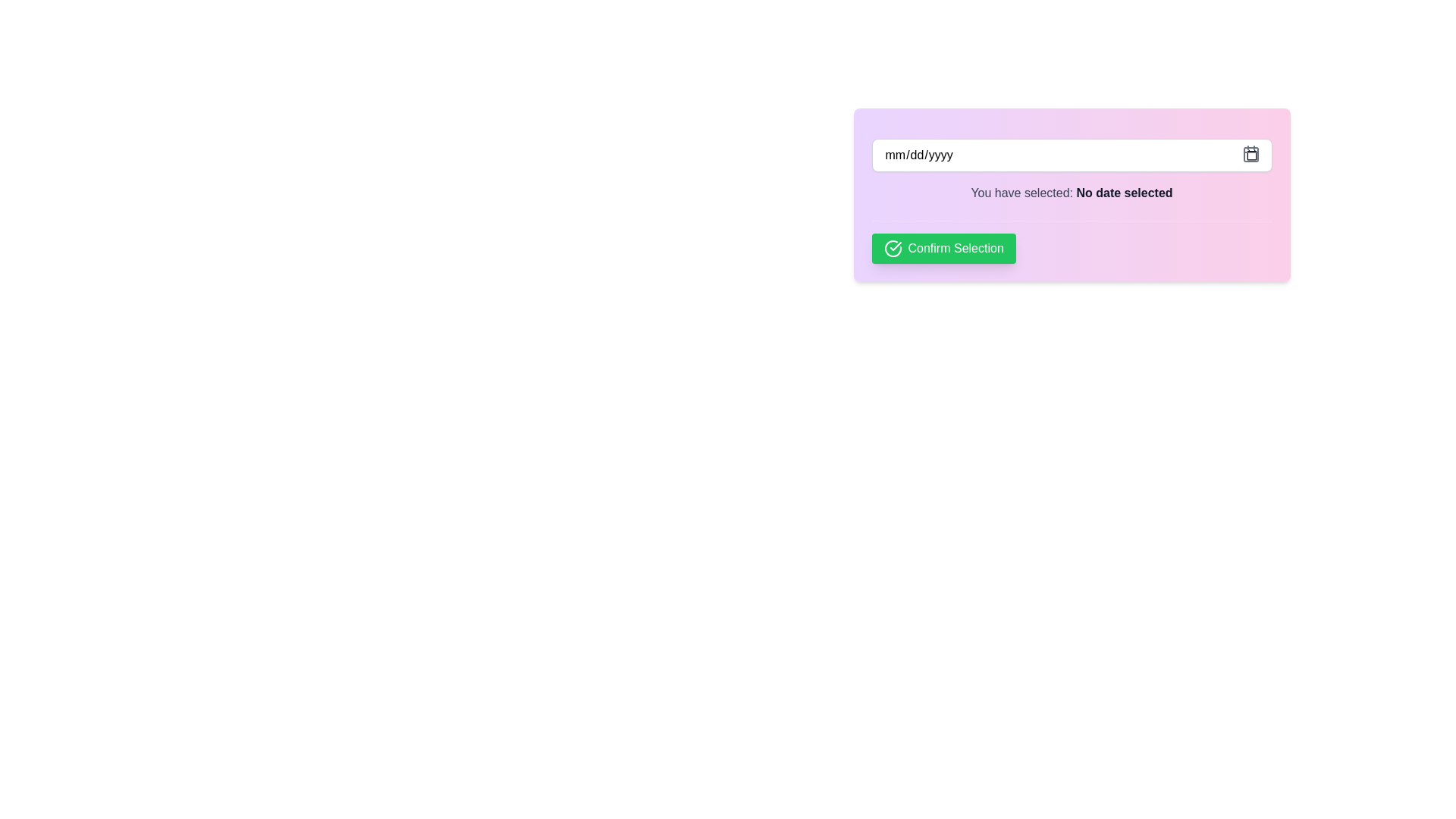 Image resolution: width=1456 pixels, height=819 pixels. Describe the element at coordinates (893, 247) in the screenshot. I see `the visual state of the circular green checkmark icon located to the left of the 'Confirm Selection' button` at that location.